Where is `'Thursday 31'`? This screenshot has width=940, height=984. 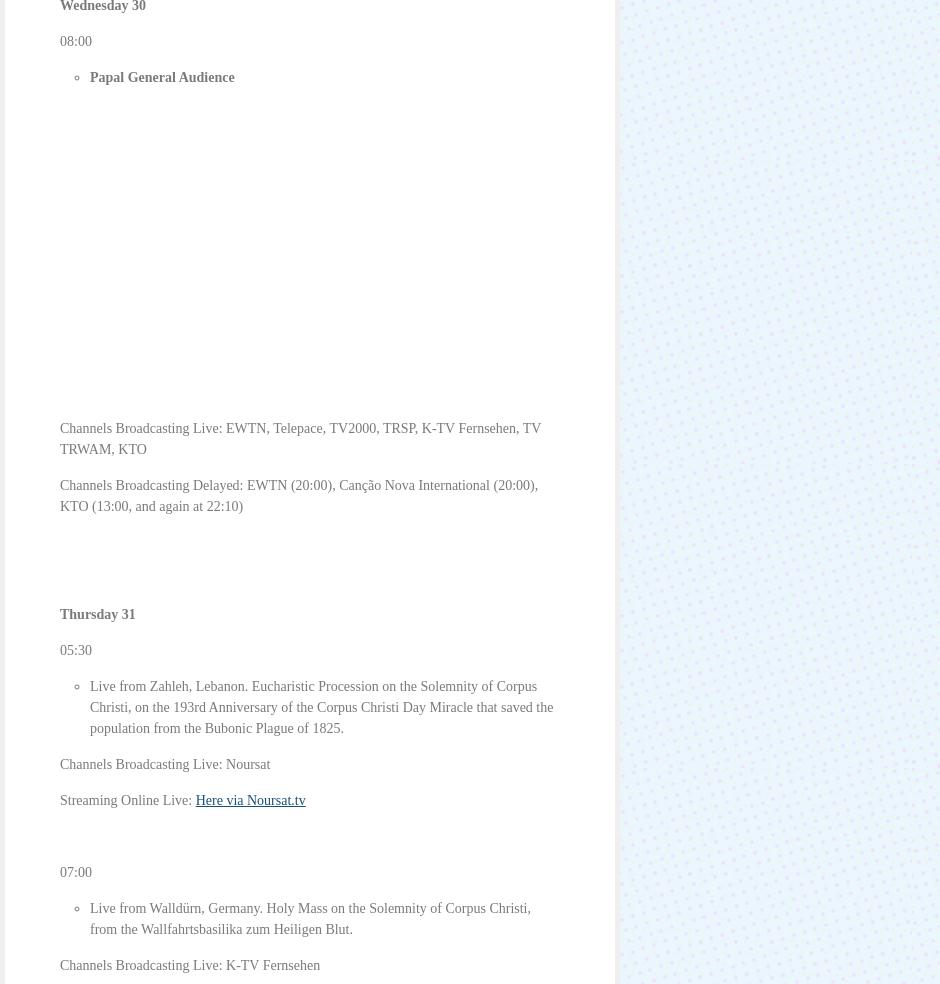 'Thursday 31' is located at coordinates (97, 613).